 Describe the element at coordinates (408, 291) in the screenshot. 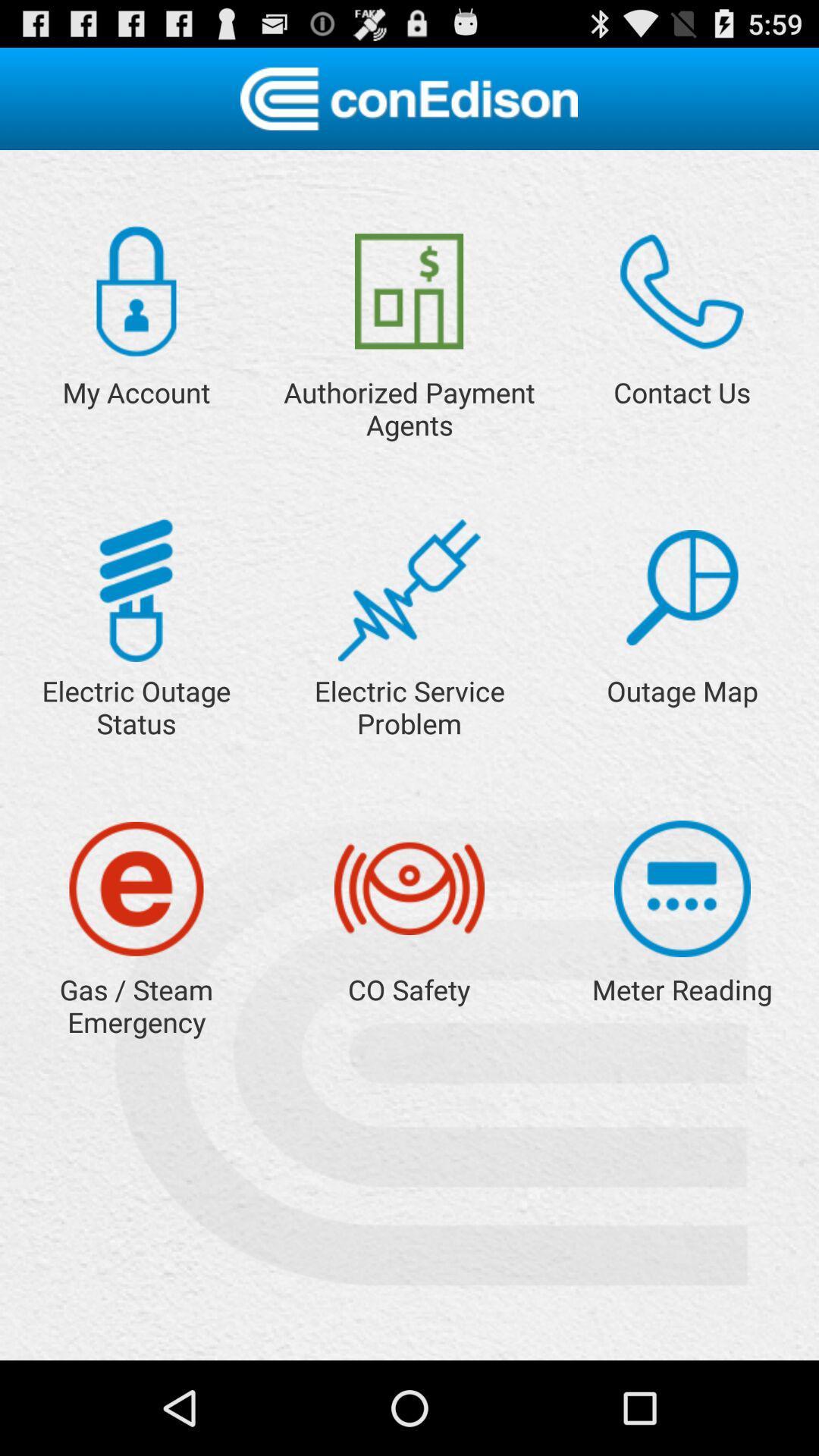

I see `search authorized payment agents` at that location.